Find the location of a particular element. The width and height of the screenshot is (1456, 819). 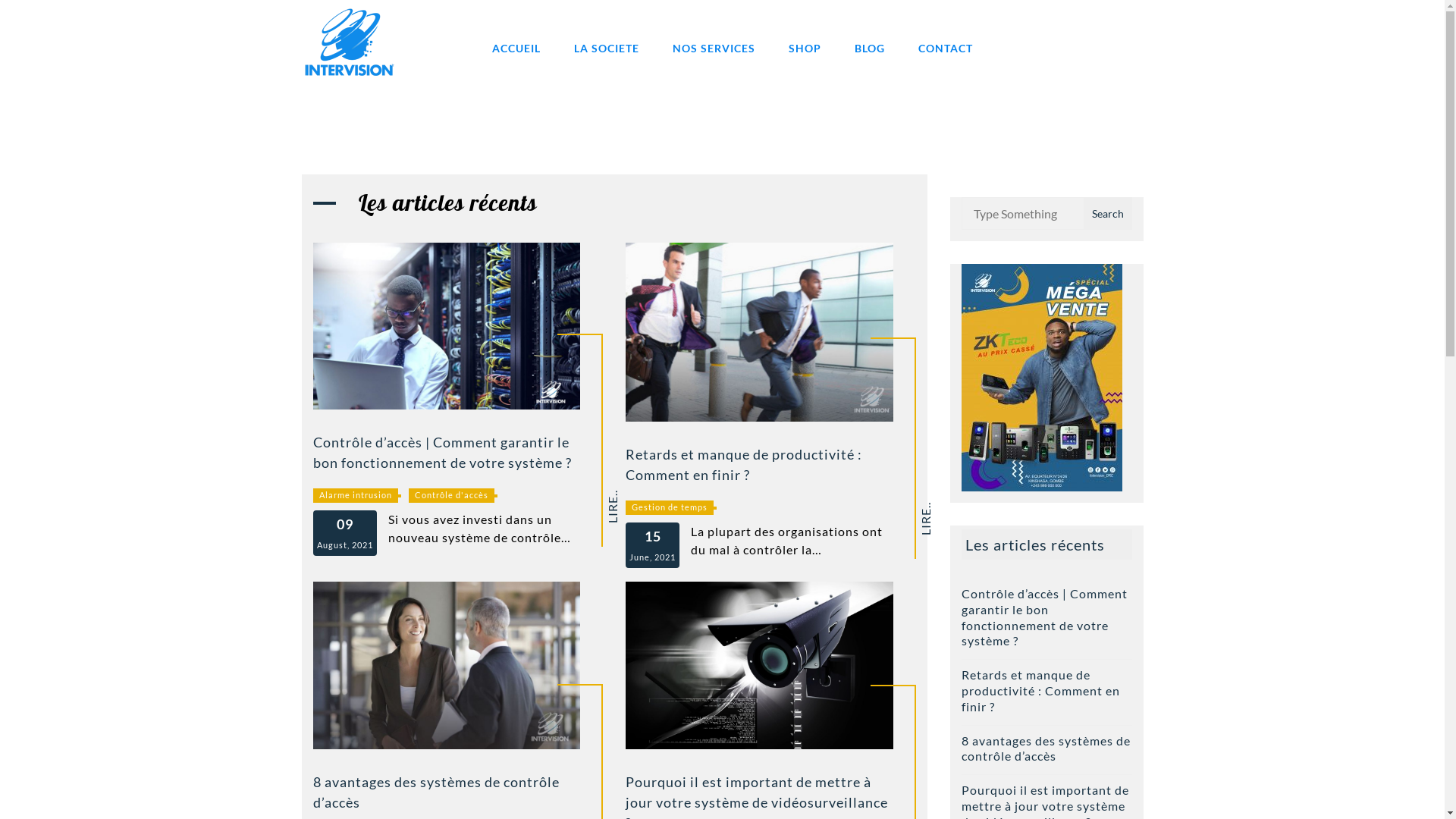

'LIRE..' is located at coordinates (934, 508).